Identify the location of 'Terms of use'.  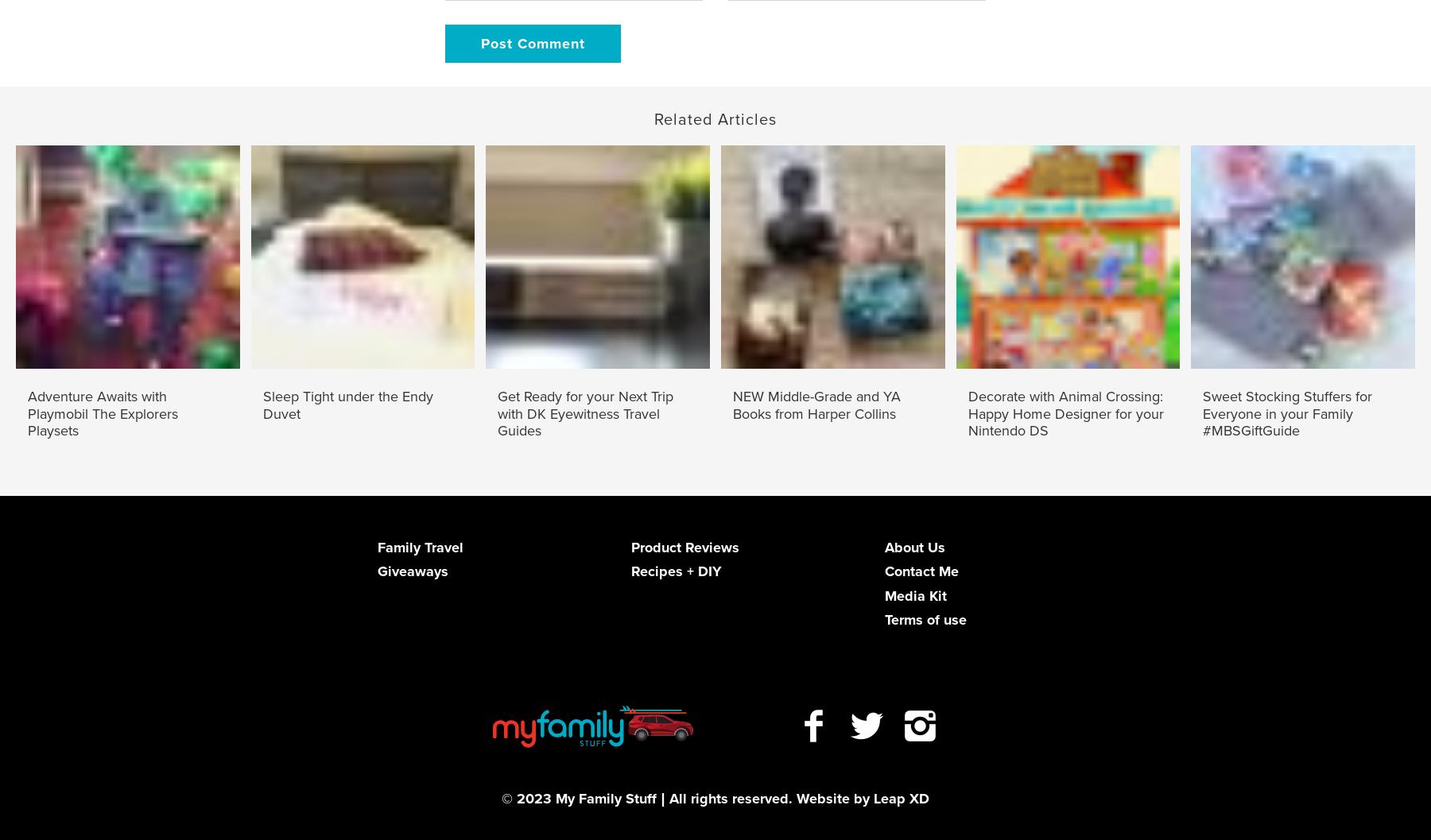
(924, 619).